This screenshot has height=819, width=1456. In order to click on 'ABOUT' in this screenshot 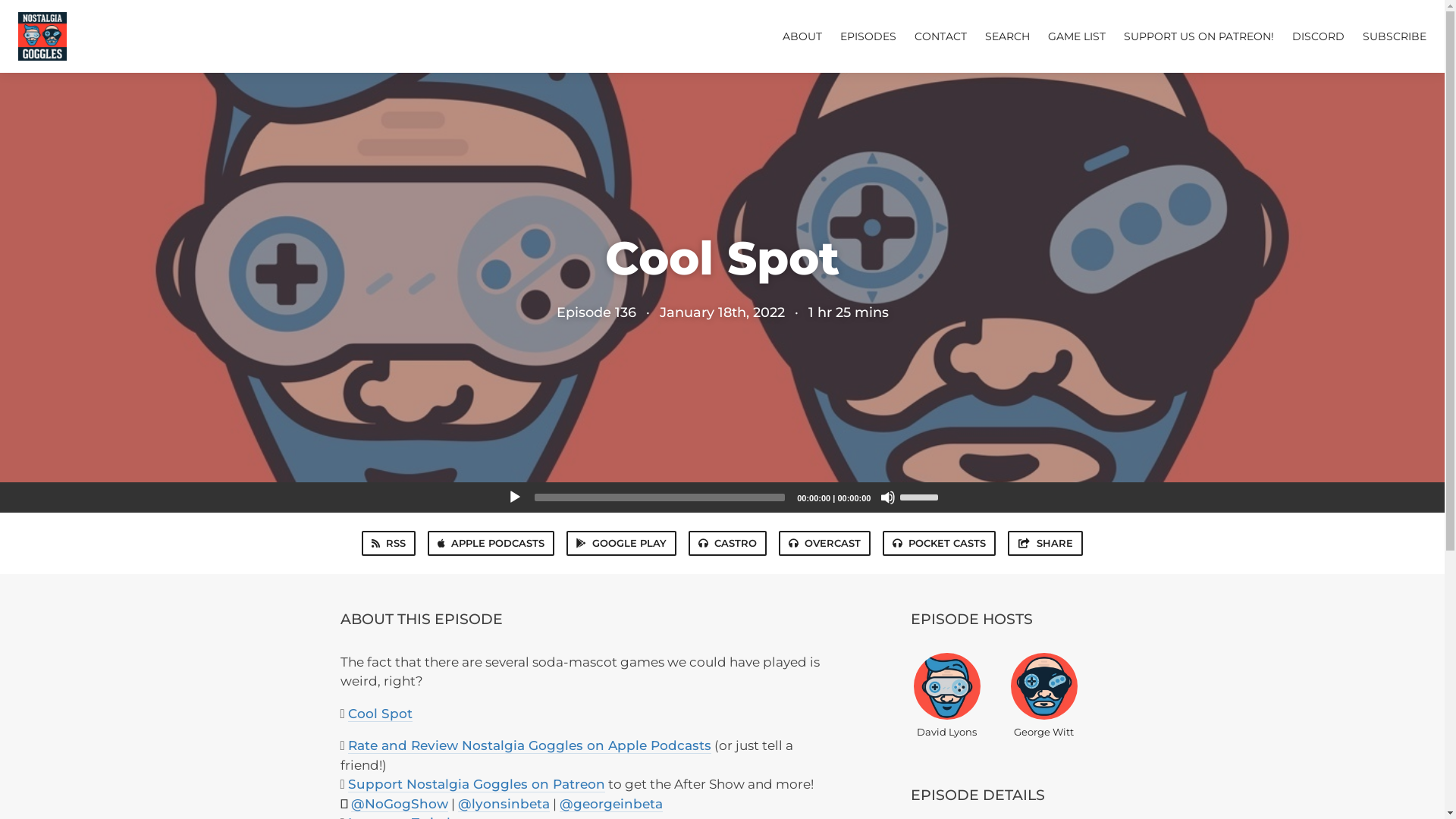, I will do `click(801, 35)`.